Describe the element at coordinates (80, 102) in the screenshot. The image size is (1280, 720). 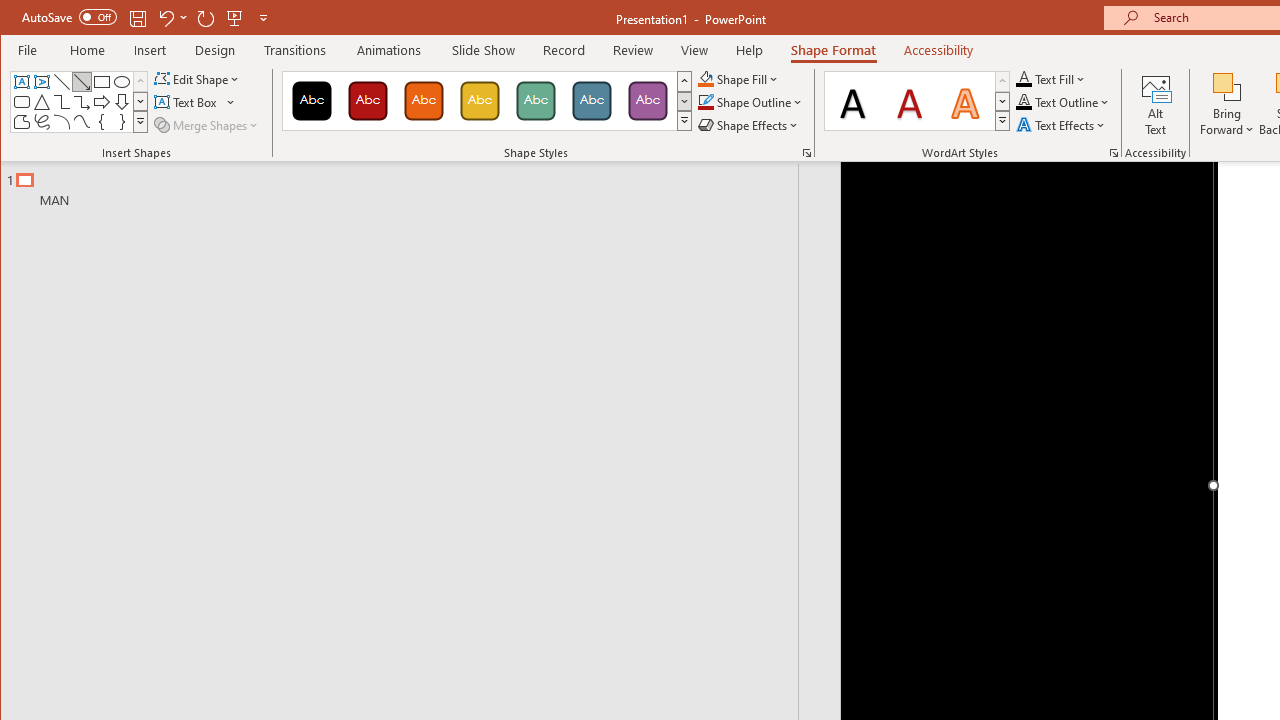
I see `'AutomationID: ShapesInsertGallery'` at that location.